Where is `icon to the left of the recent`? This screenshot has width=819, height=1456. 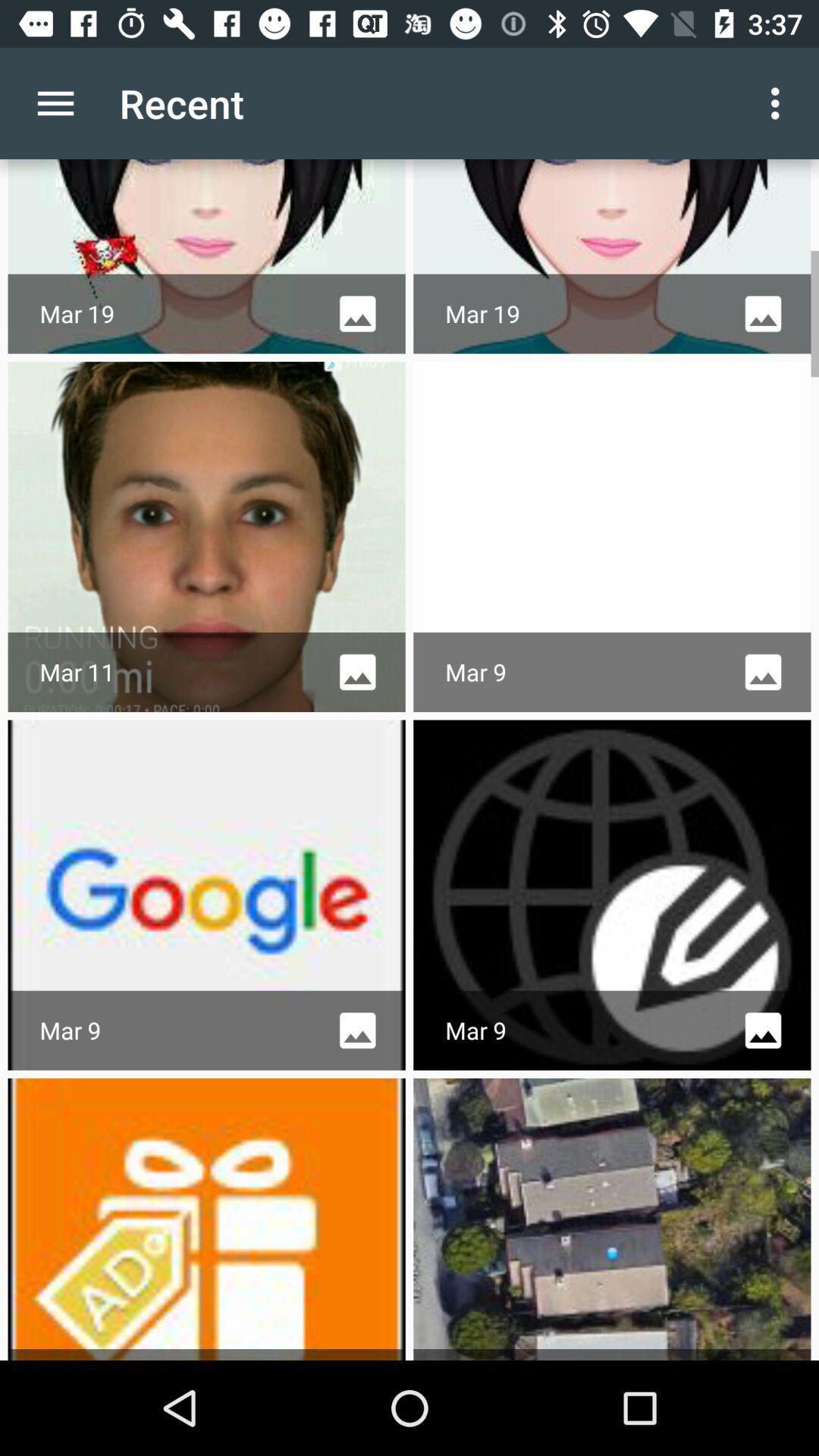
icon to the left of the recent is located at coordinates (55, 102).